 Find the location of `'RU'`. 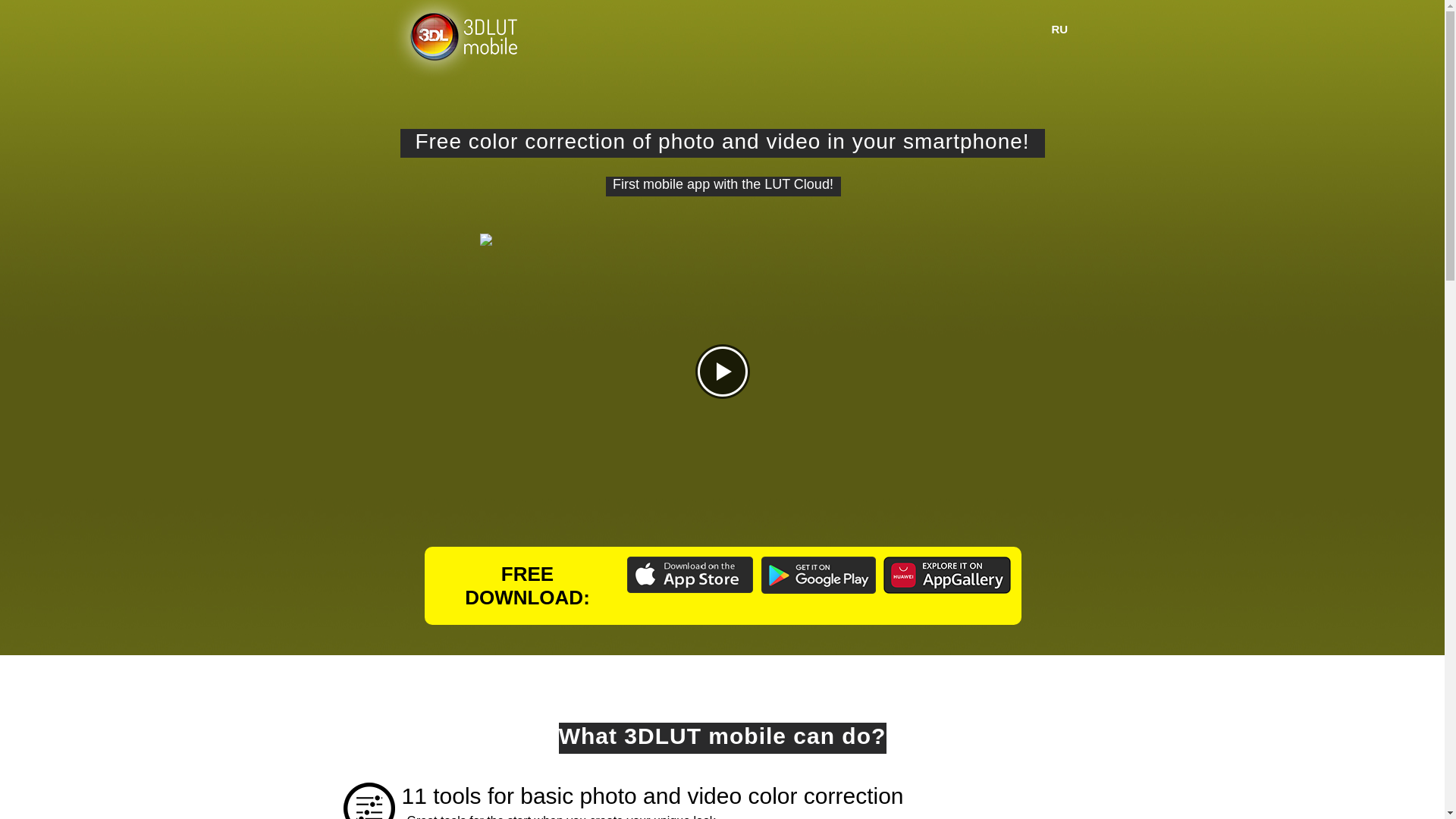

'RU' is located at coordinates (1059, 29).